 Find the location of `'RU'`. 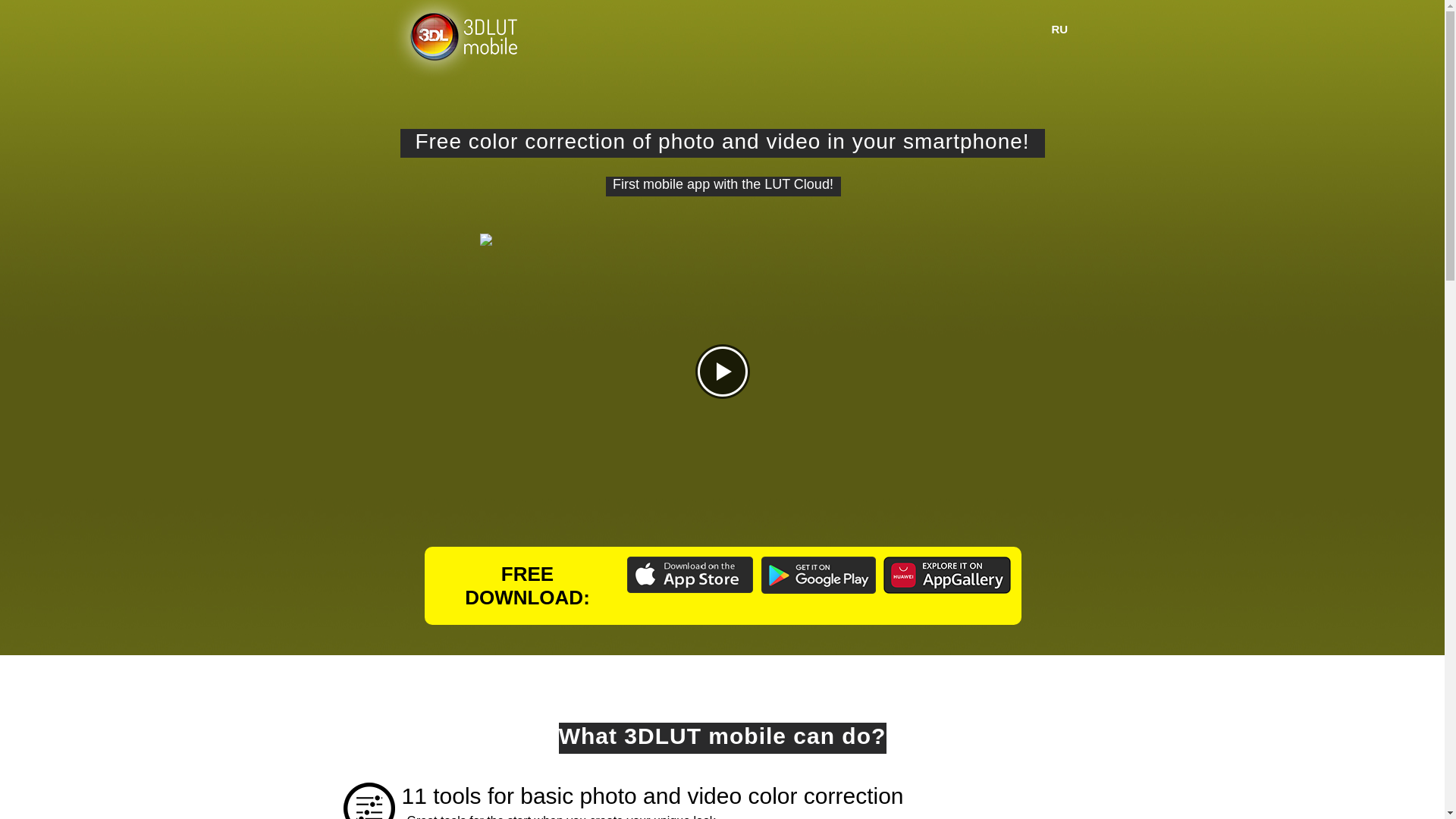

'RU' is located at coordinates (1059, 29).